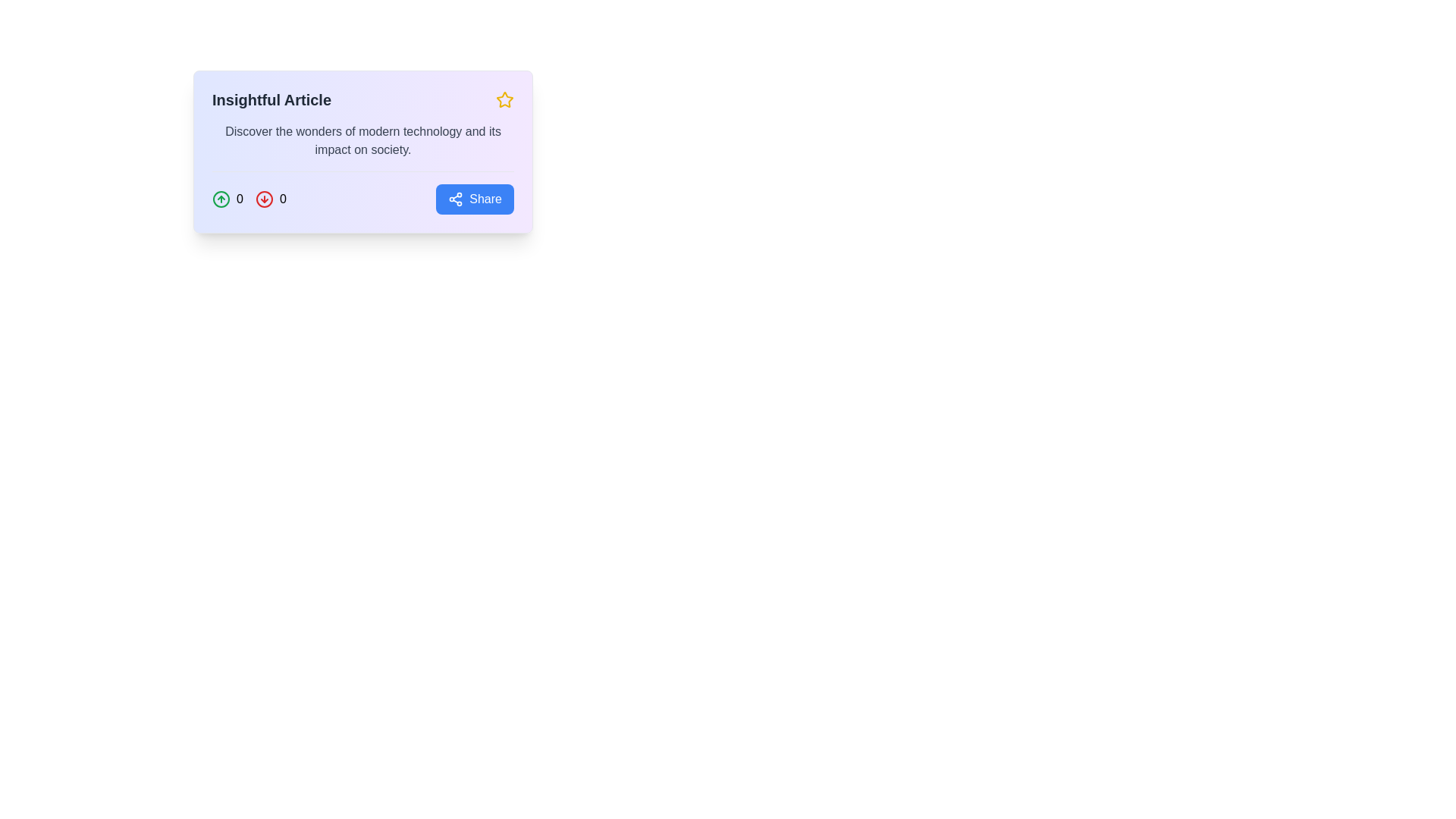 This screenshot has height=819, width=1456. Describe the element at coordinates (221, 198) in the screenshot. I see `the upvote icon button located to the left of the numerical value '0' to express approval for the associated content` at that location.